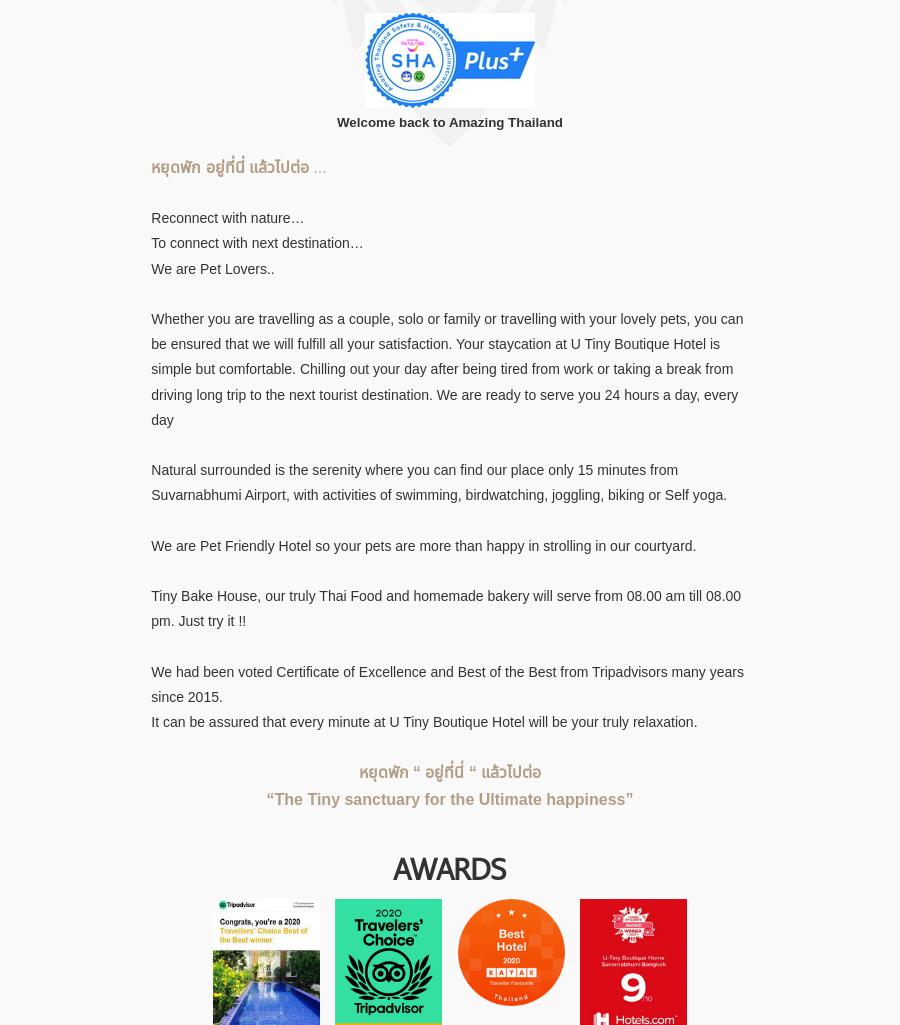 The height and width of the screenshot is (1025, 900). Describe the element at coordinates (256, 242) in the screenshot. I see `'To connect with next destination…'` at that location.